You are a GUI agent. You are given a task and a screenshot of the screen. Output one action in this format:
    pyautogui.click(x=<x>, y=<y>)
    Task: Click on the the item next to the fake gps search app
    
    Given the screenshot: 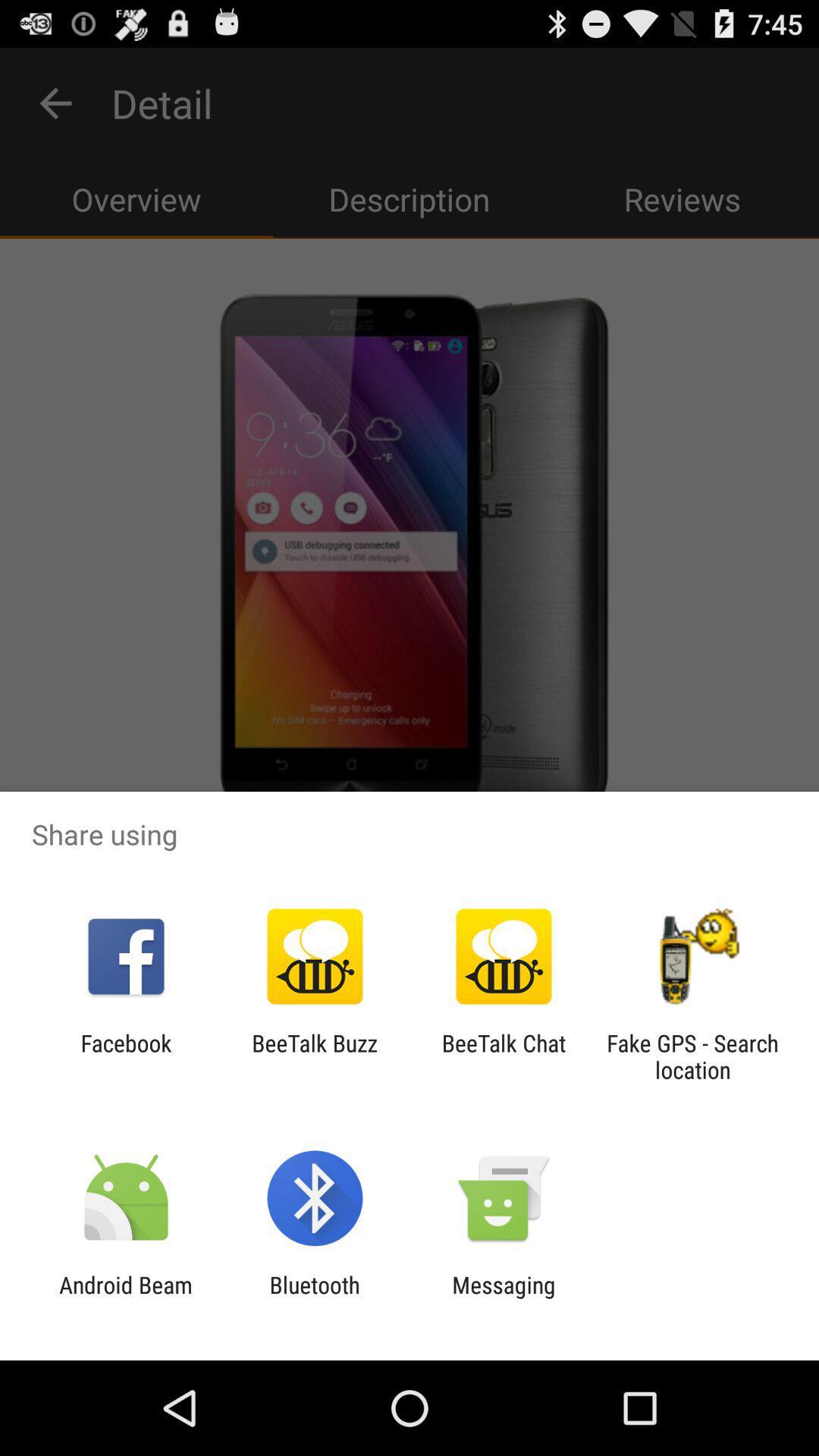 What is the action you would take?
    pyautogui.click(x=504, y=1056)
    